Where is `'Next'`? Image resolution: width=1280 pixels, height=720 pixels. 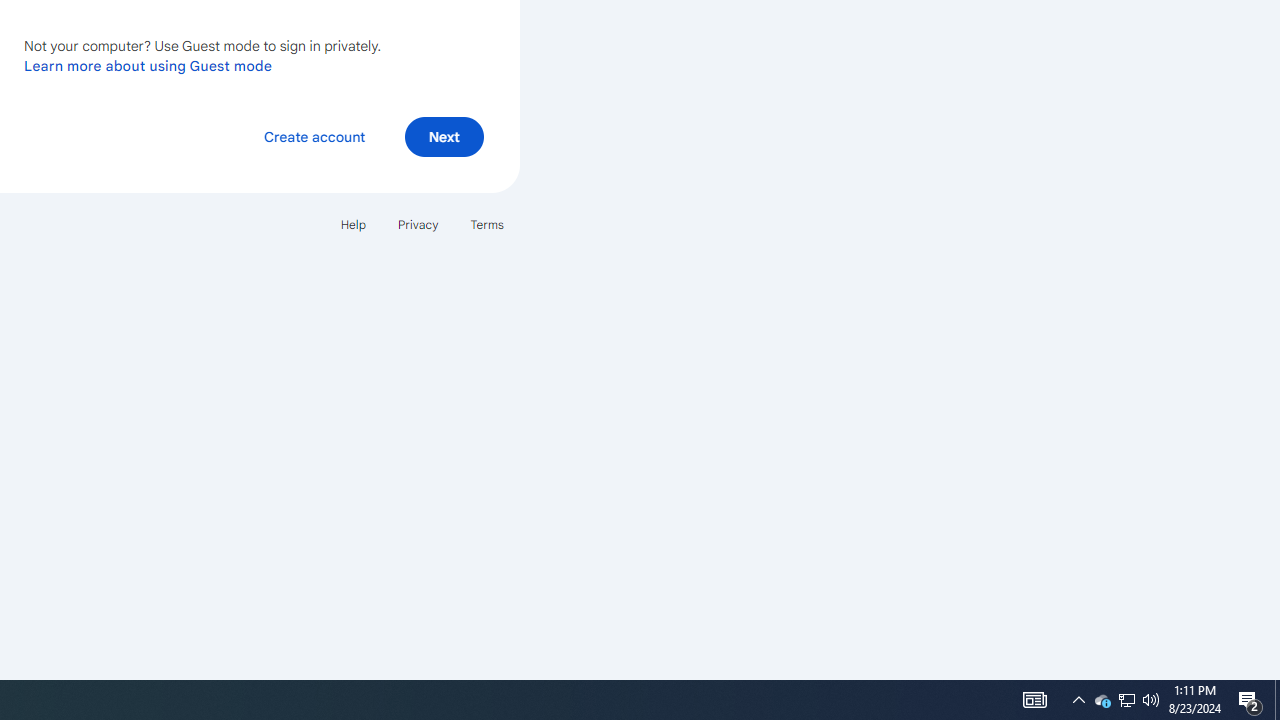
'Next' is located at coordinates (443, 135).